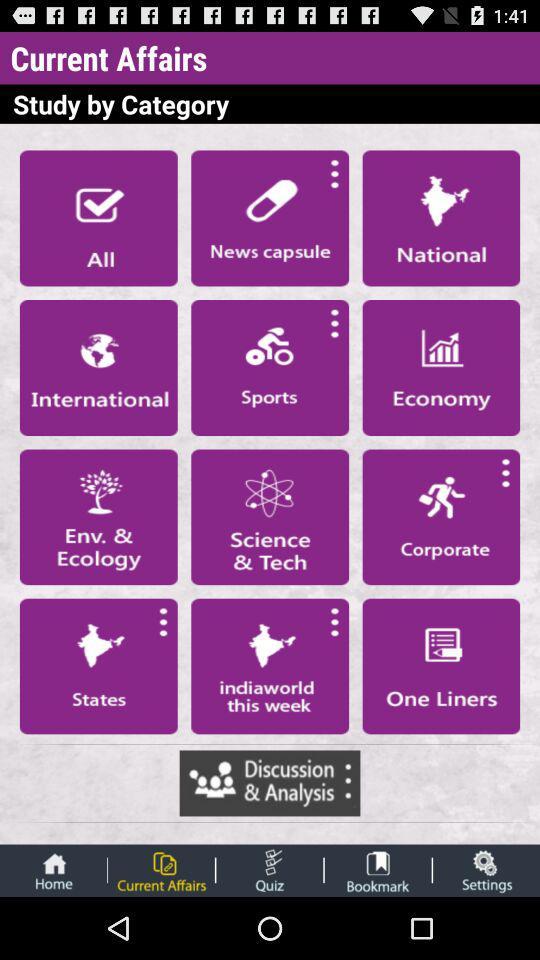 The image size is (540, 960). Describe the element at coordinates (378, 869) in the screenshot. I see `display bookmark` at that location.